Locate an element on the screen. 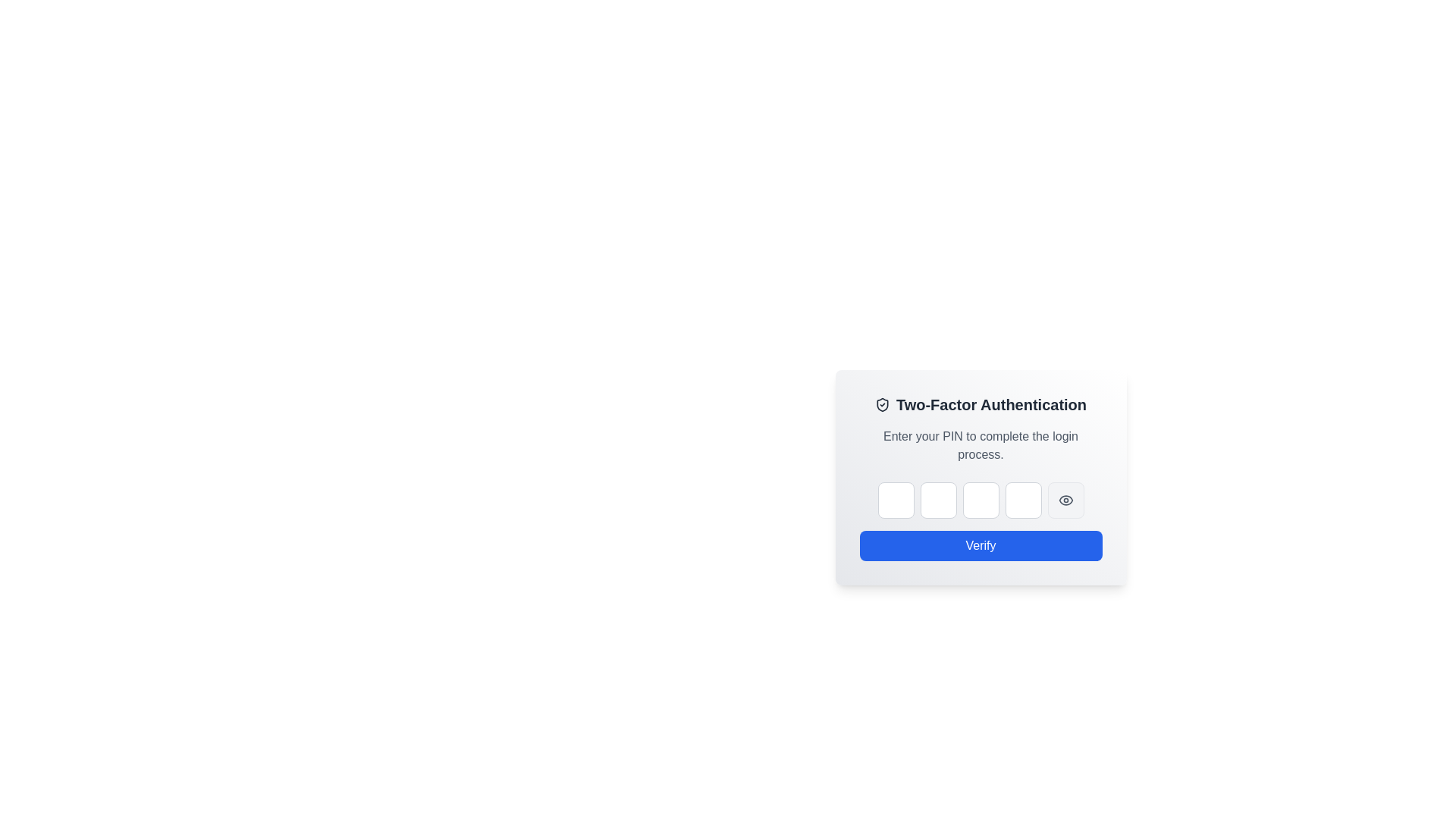 The width and height of the screenshot is (1456, 819). on the square password input field with a light gray border and rounded corners, which is the first of a series of horizontal input fields under the 'Two-Factor Authentication' title is located at coordinates (896, 500).